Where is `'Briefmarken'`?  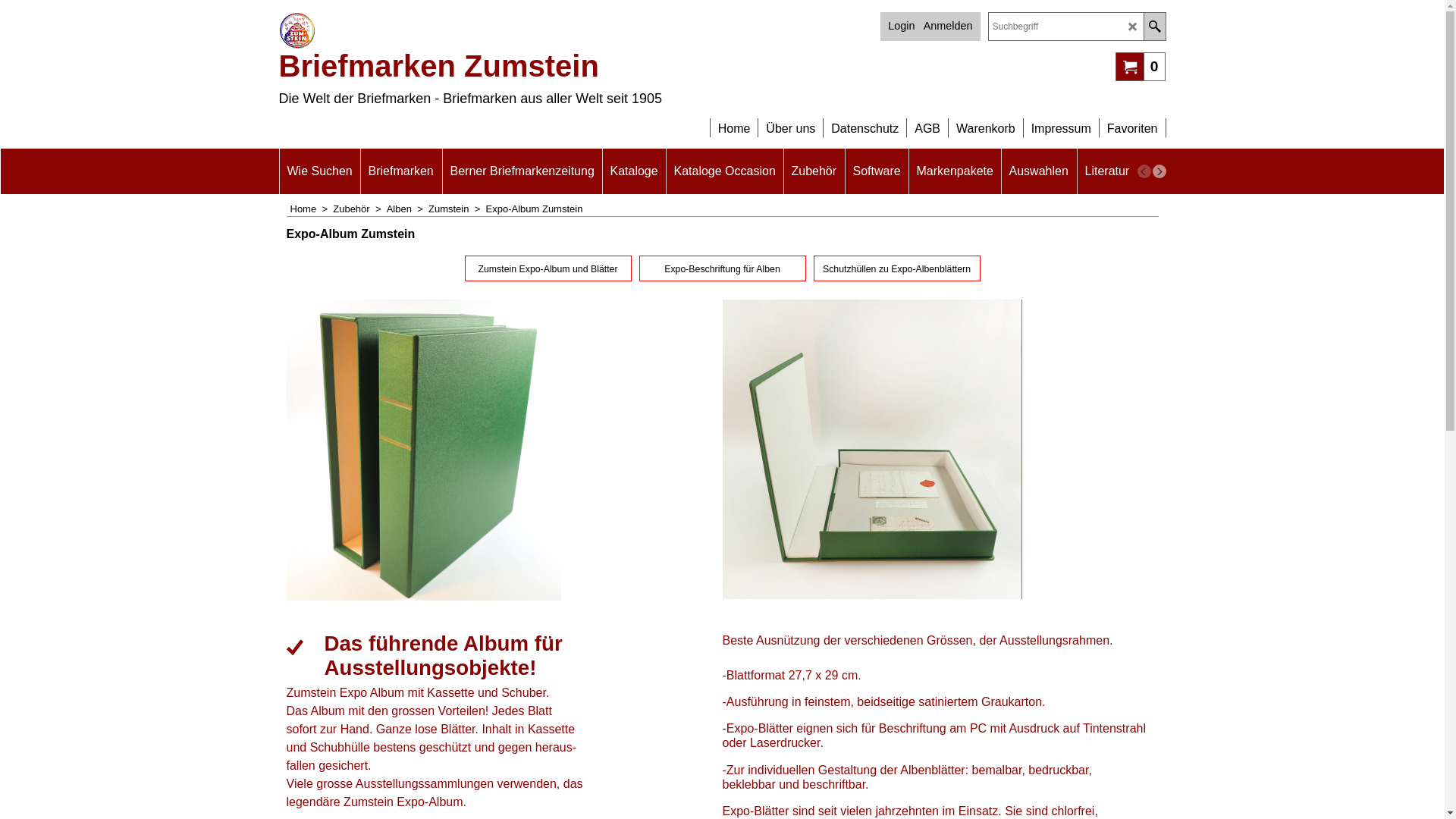
'Briefmarken' is located at coordinates (400, 171).